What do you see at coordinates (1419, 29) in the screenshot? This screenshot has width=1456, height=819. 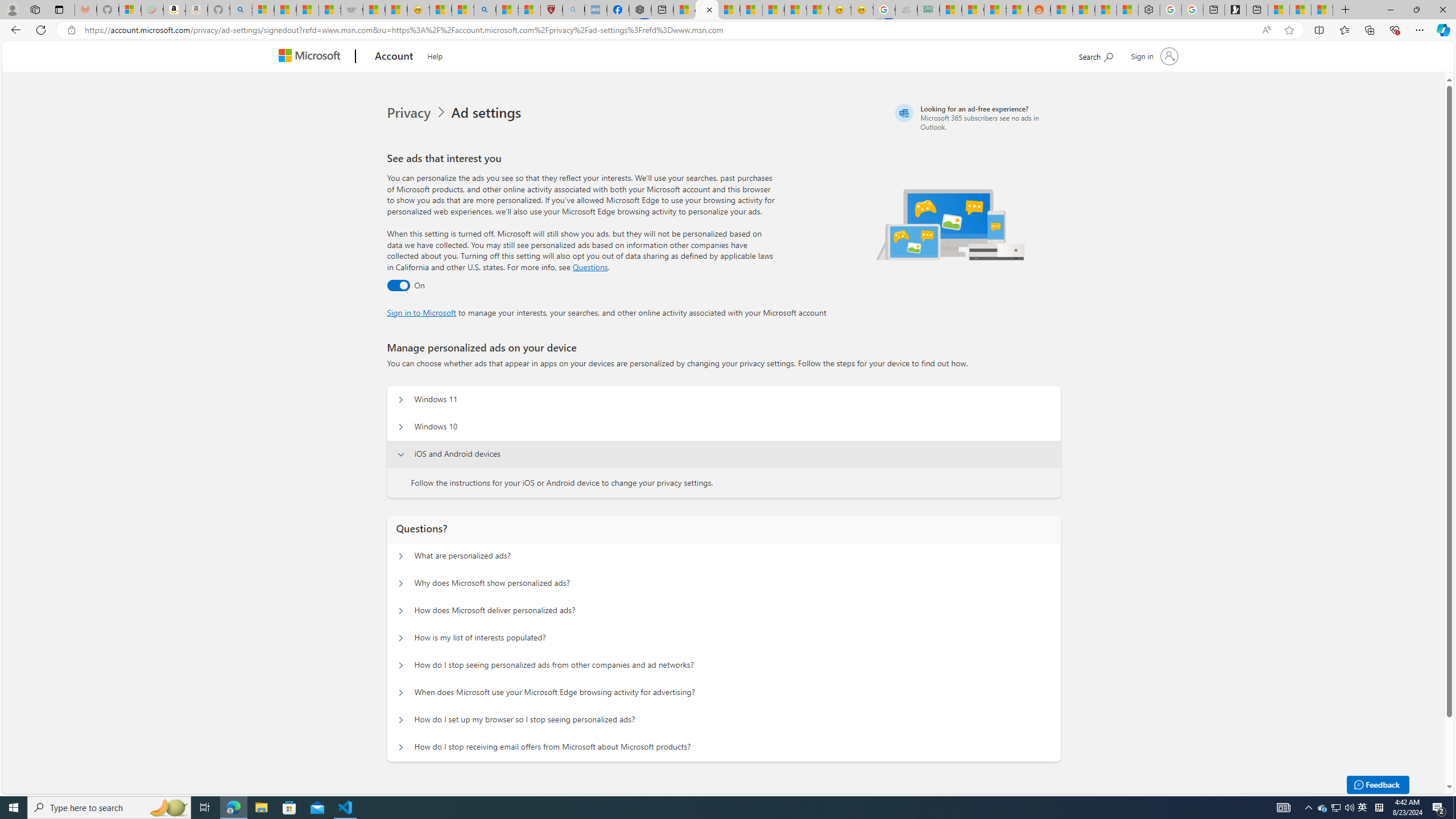 I see `'Settings and more (Alt+F)'` at bounding box center [1419, 29].